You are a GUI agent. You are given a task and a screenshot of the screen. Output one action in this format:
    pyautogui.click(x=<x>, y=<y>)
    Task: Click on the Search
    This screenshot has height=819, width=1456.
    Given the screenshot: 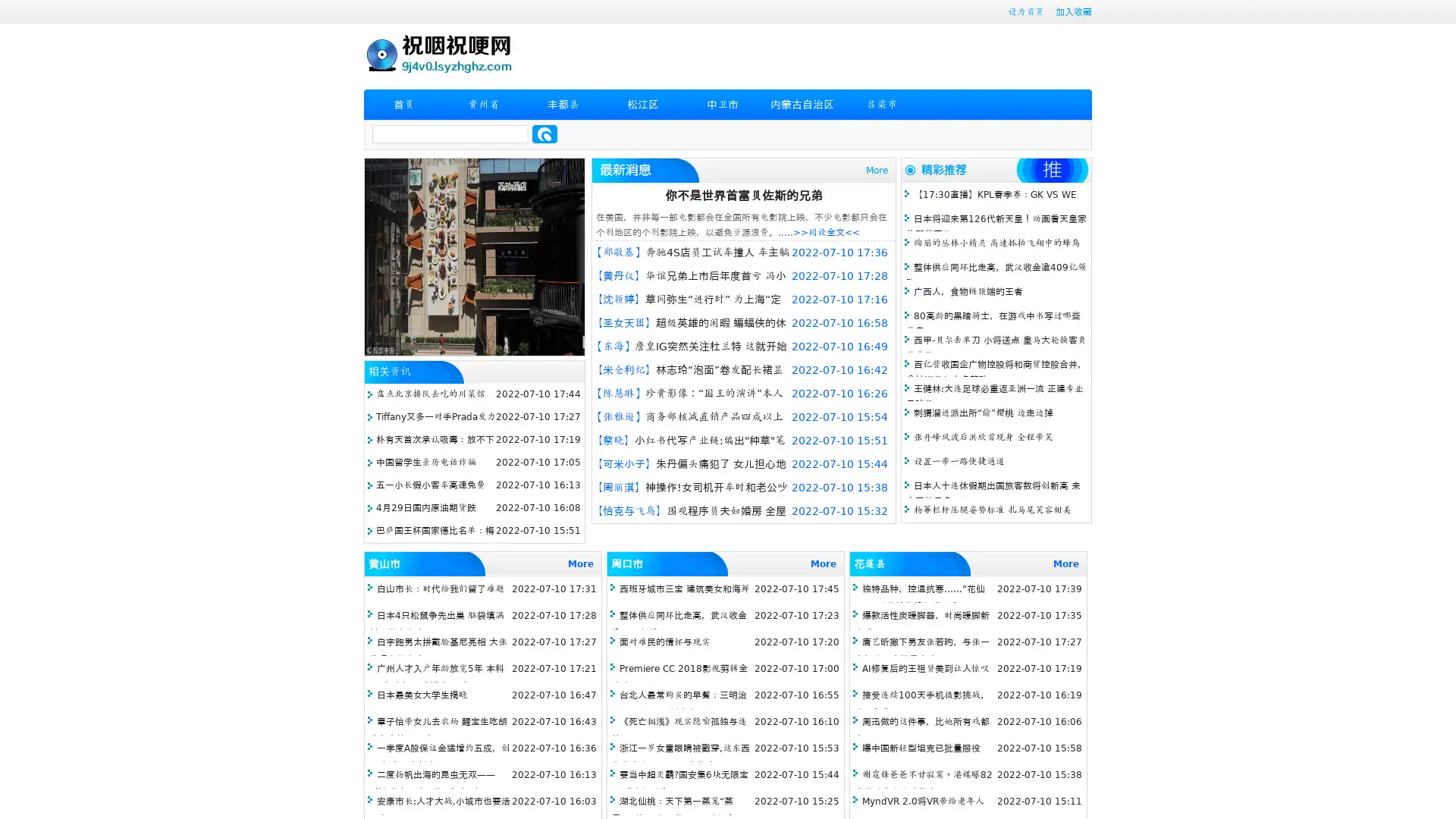 What is the action you would take?
    pyautogui.click(x=544, y=133)
    